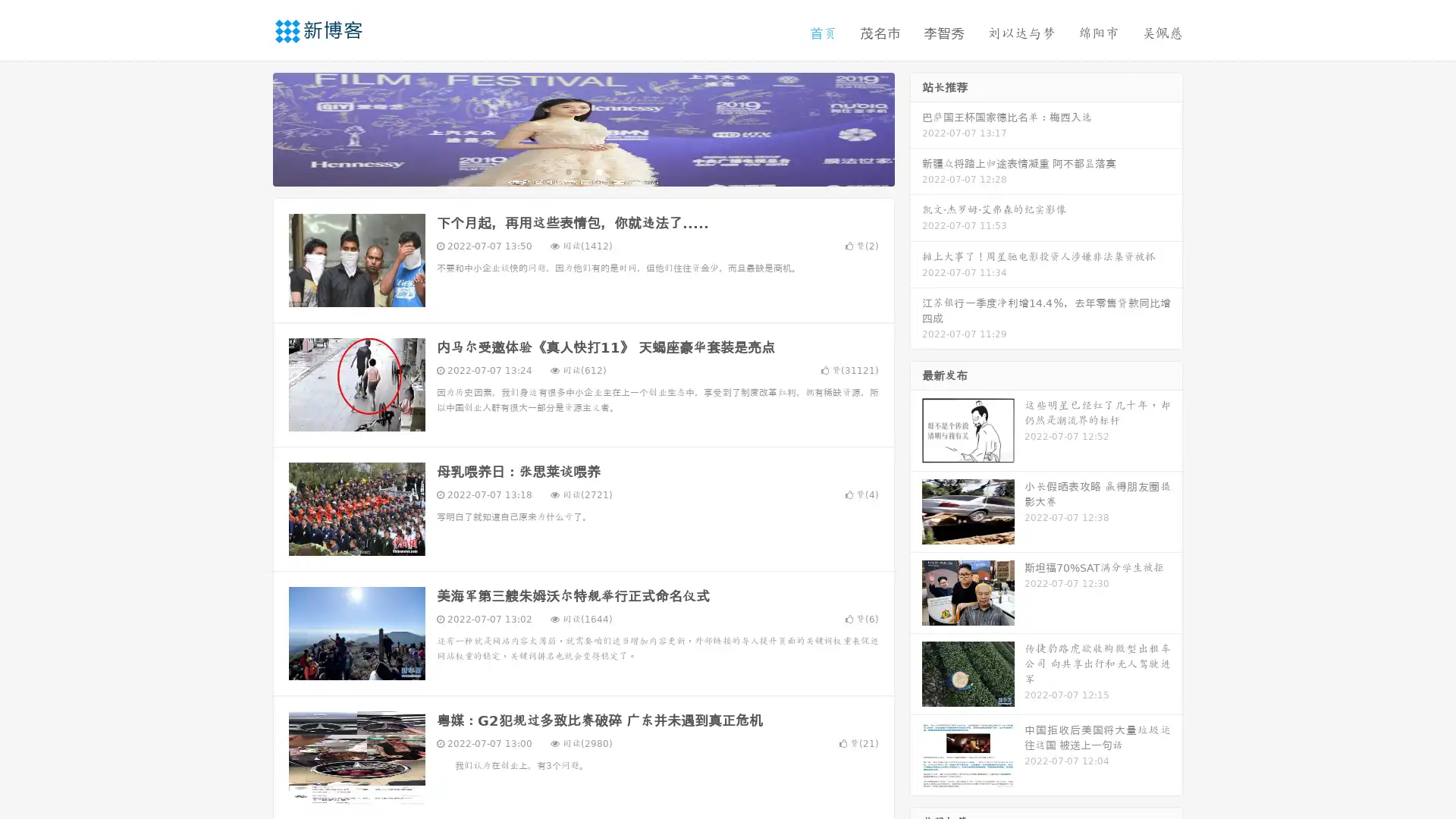 The width and height of the screenshot is (1456, 819). What do you see at coordinates (567, 171) in the screenshot?
I see `Go to slide 1` at bounding box center [567, 171].